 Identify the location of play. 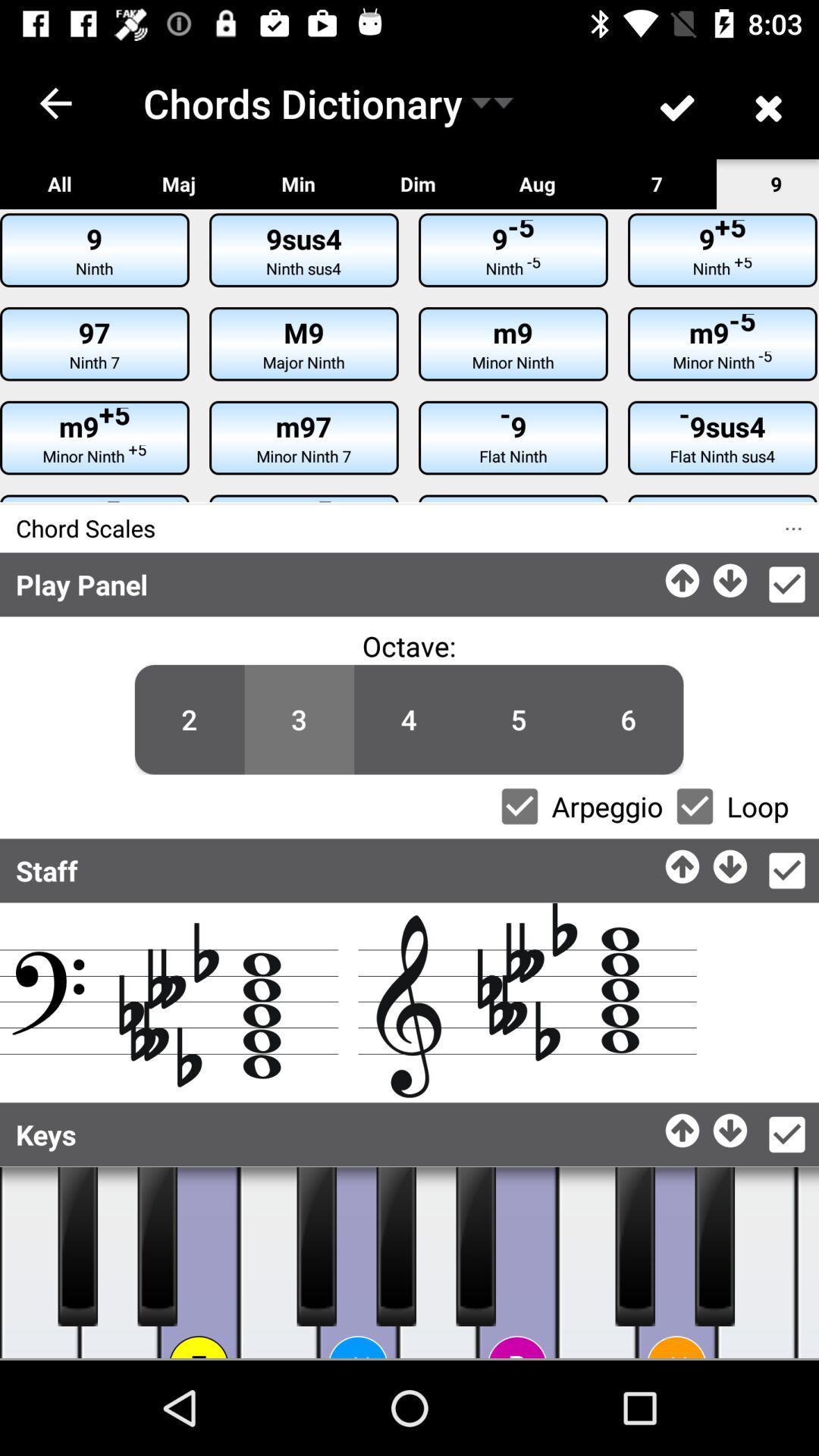
(118, 1263).